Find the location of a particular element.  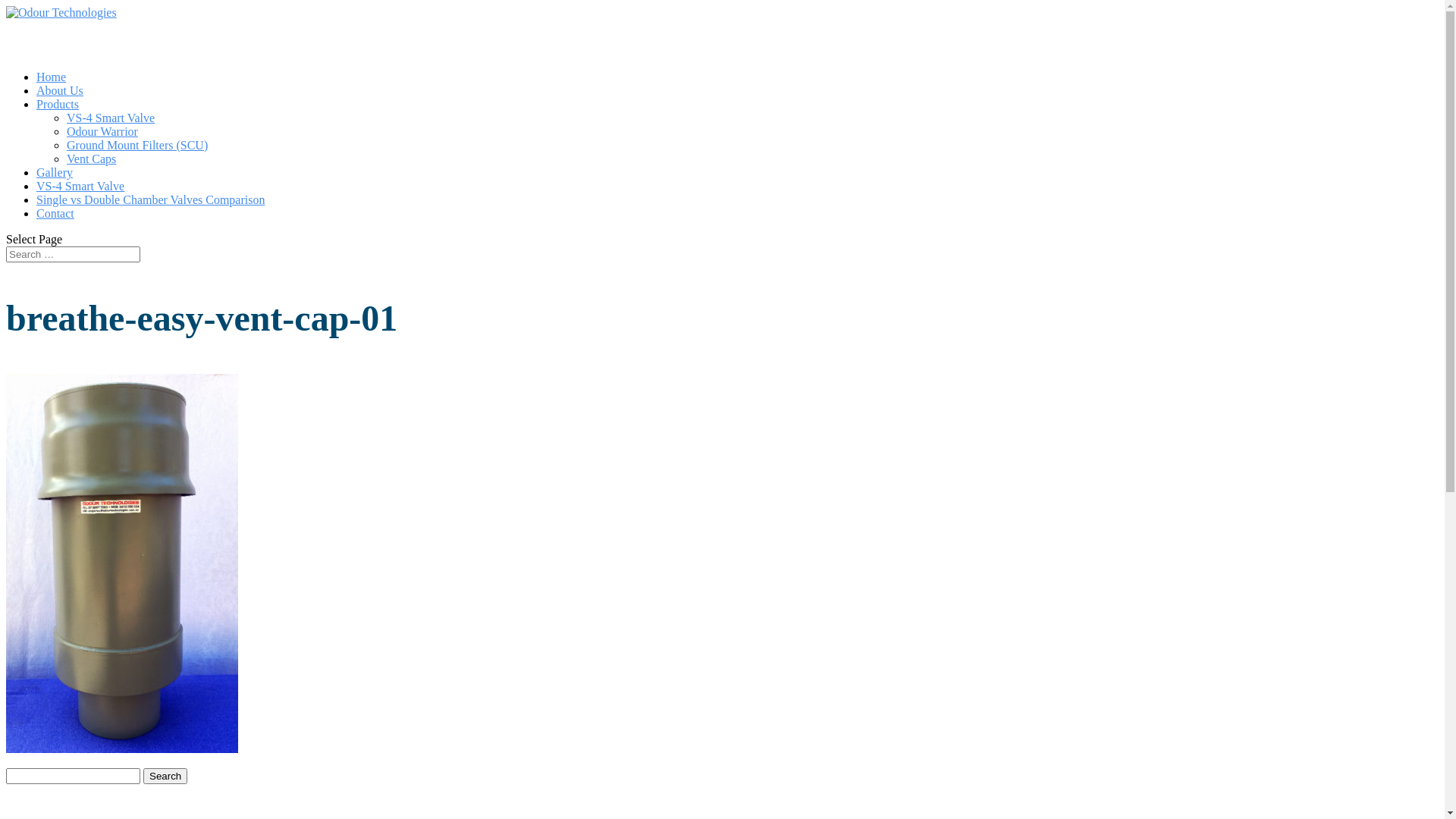

'About Us' is located at coordinates (59, 109).